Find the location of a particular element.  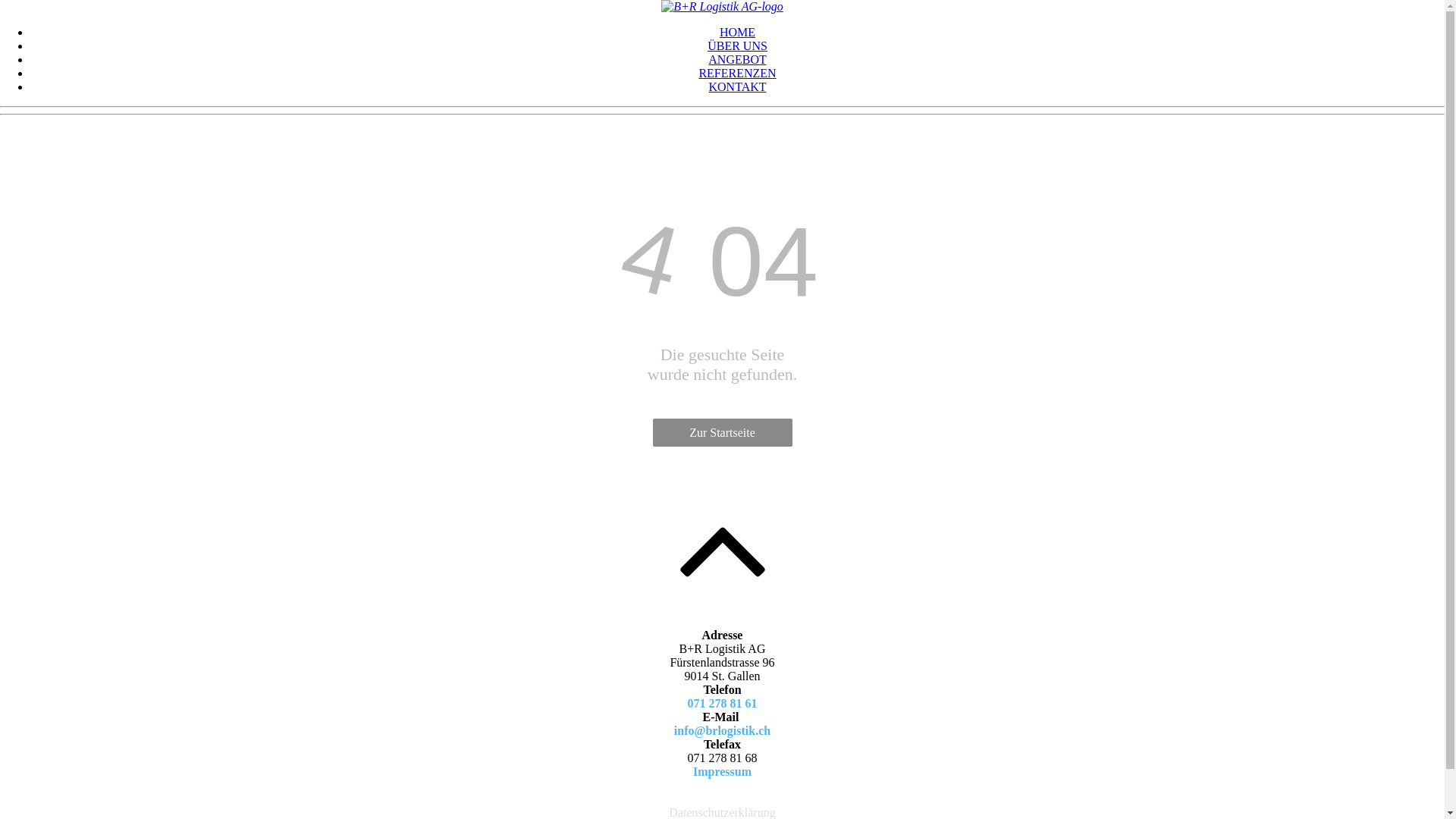

'KONTAKT' is located at coordinates (736, 86).